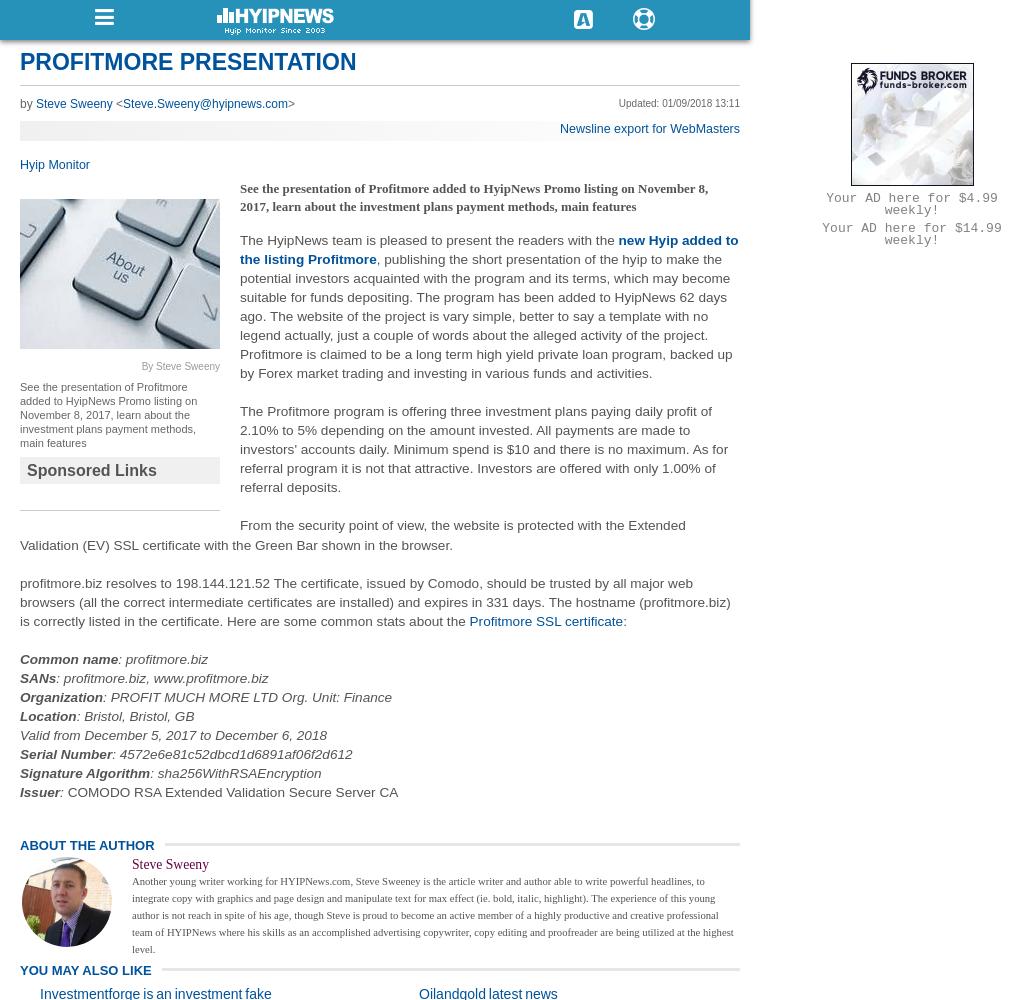  What do you see at coordinates (910, 203) in the screenshot?
I see `'Your AD here for $4.99 weekly!'` at bounding box center [910, 203].